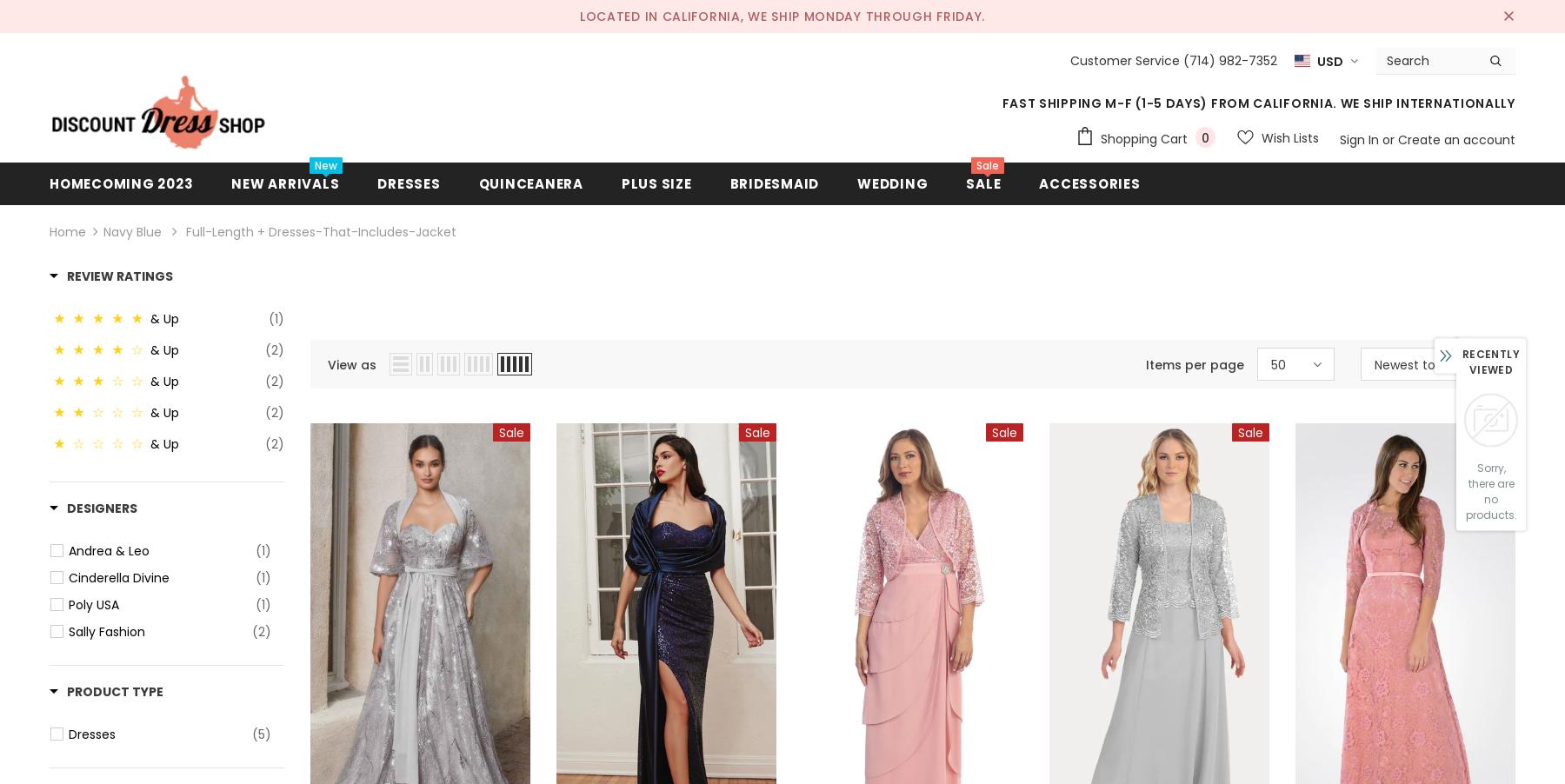 Image resolution: width=1565 pixels, height=784 pixels. What do you see at coordinates (1269, 364) in the screenshot?
I see `'50'` at bounding box center [1269, 364].